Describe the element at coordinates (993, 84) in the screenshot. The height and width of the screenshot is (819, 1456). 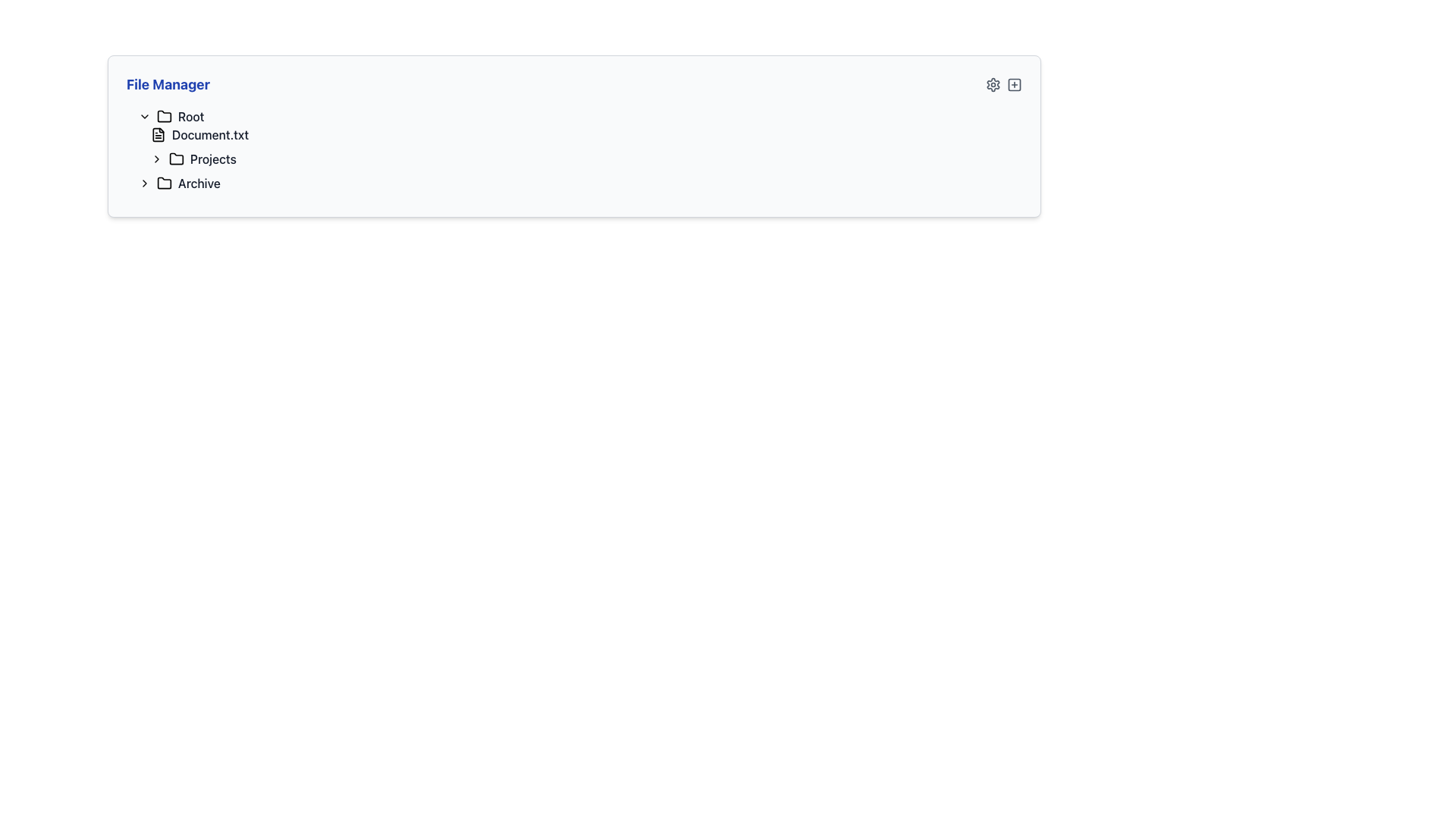
I see `the gear icon button located at the top-right corner of the card layout, which is styled in grayscale and changes to blue on hover` at that location.